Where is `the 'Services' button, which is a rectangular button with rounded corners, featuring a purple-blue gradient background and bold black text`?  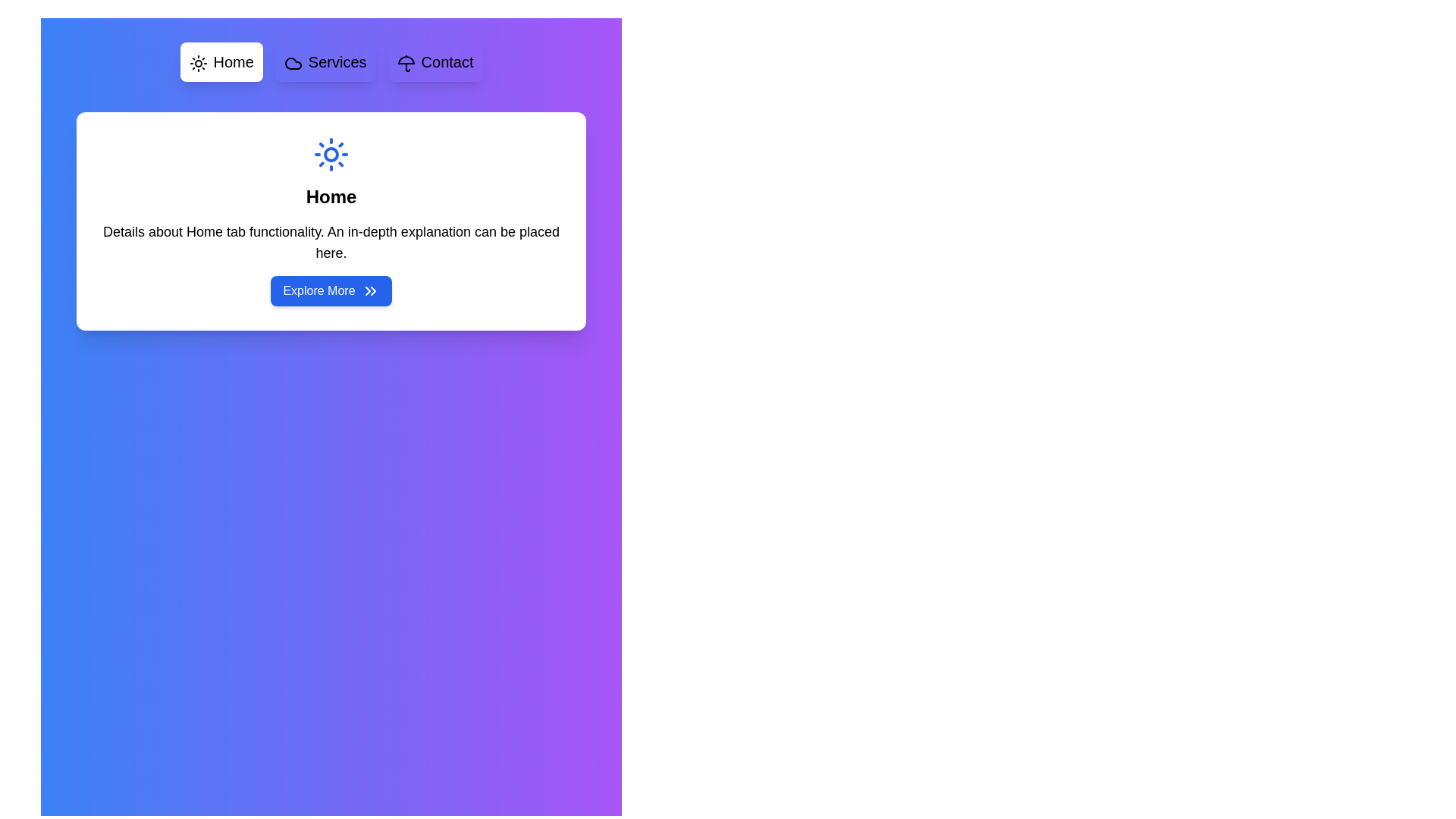
the 'Services' button, which is a rectangular button with rounded corners, featuring a purple-blue gradient background and bold black text is located at coordinates (324, 61).